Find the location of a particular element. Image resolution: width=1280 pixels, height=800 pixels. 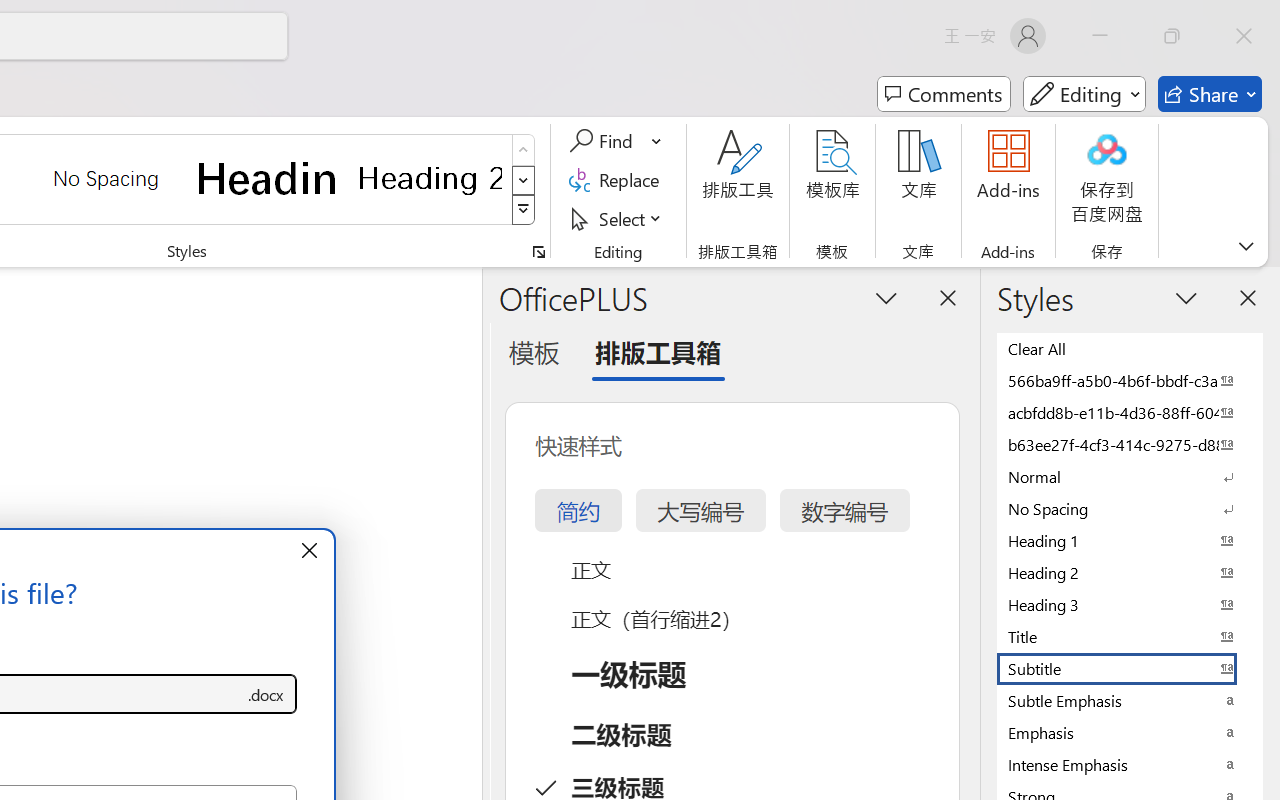

'Replace...' is located at coordinates (616, 179).